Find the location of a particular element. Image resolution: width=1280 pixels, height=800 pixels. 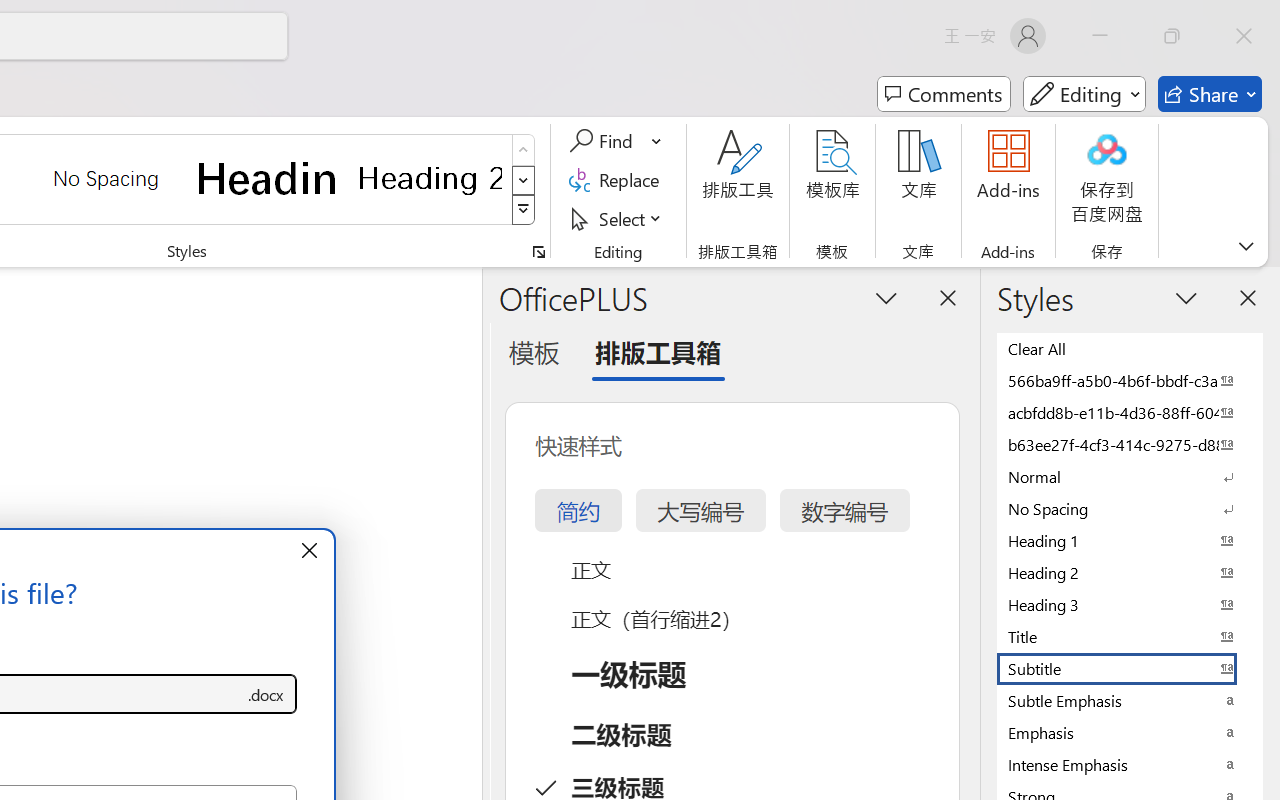

'Replace...' is located at coordinates (616, 179).